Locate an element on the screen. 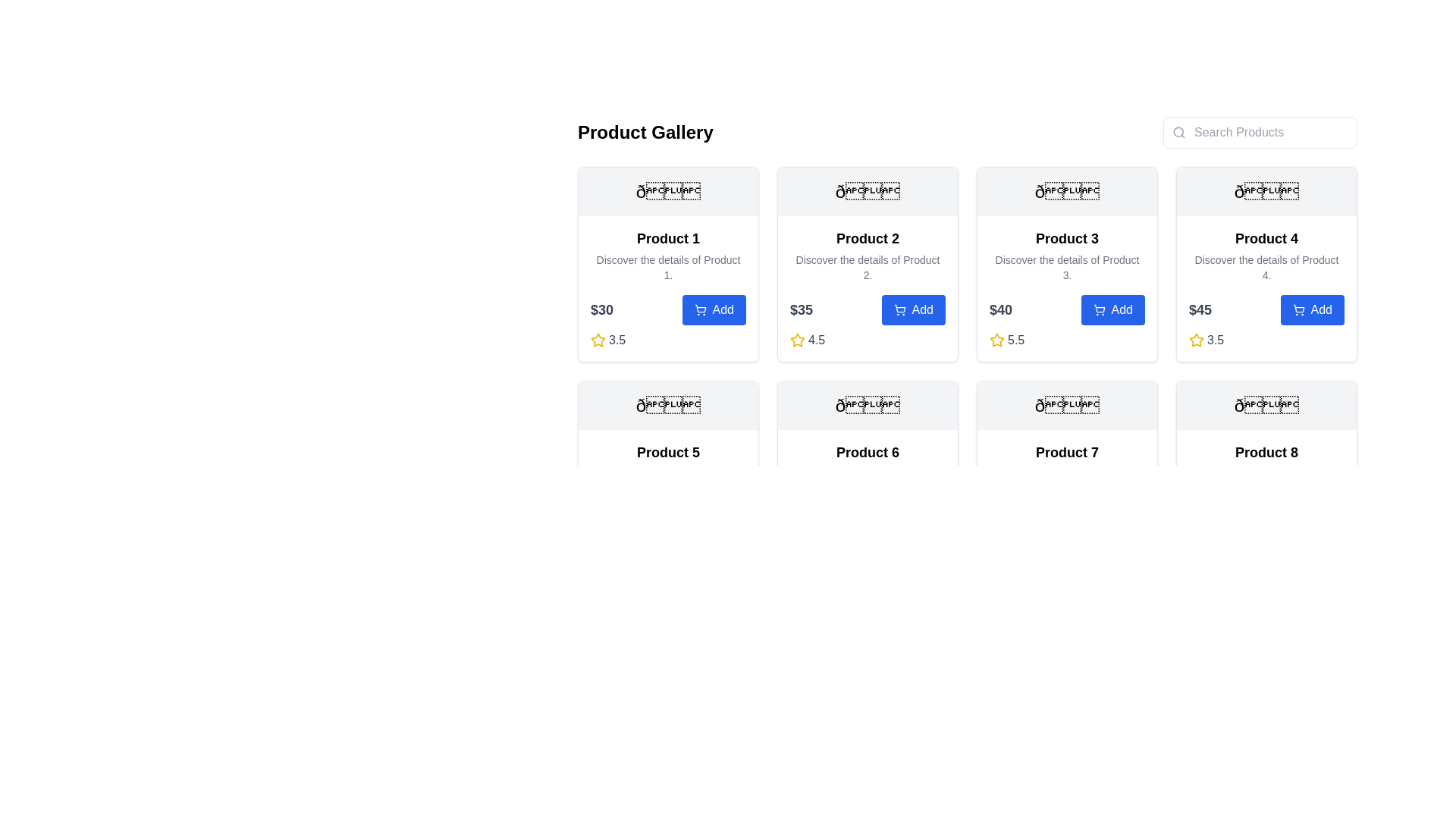 The image size is (1456, 819). the main body of the shopping cart icon within the 'Add' button section of the fourth product card in the product gallery grid is located at coordinates (1298, 308).